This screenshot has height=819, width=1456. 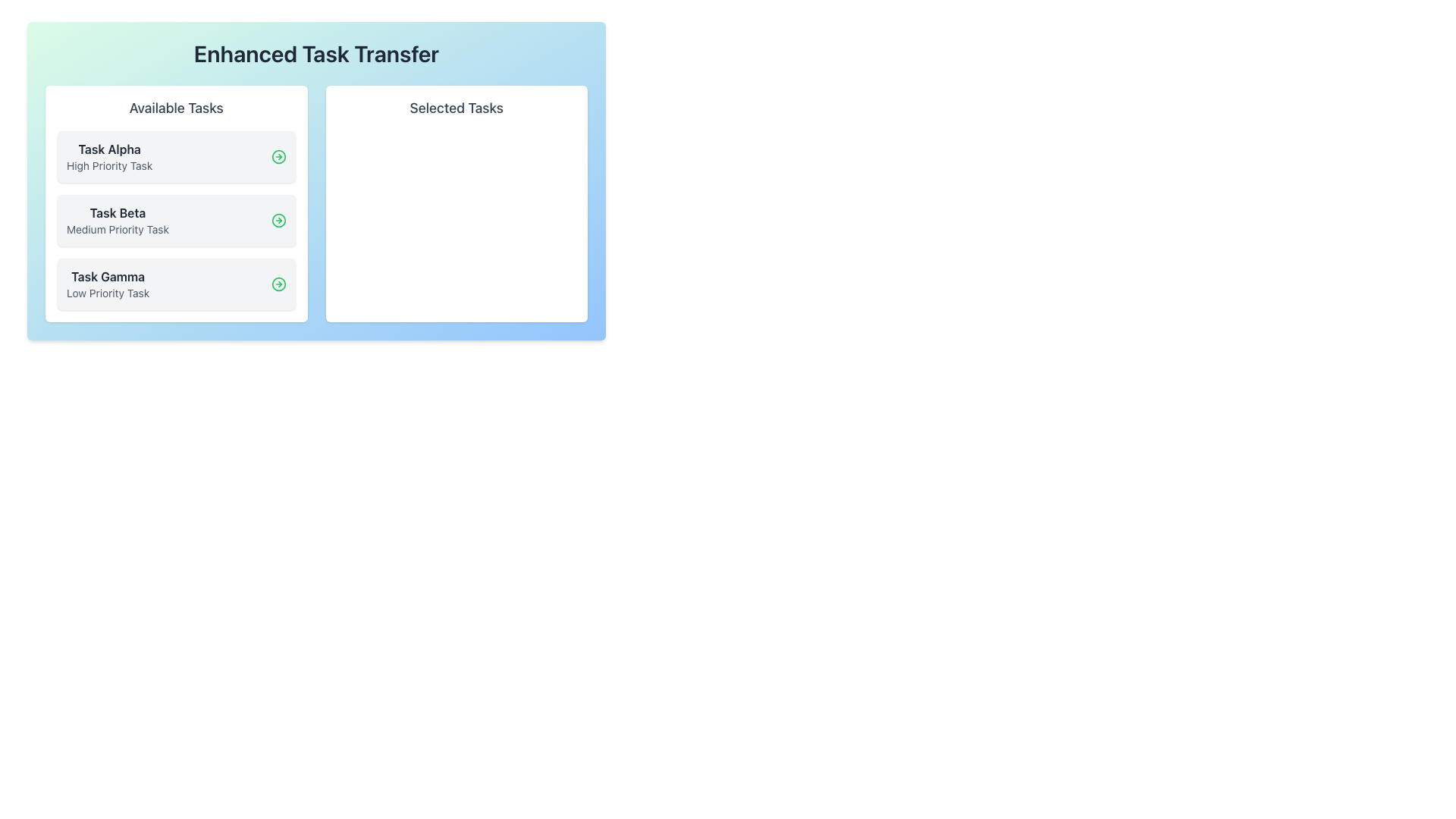 What do you see at coordinates (278, 220) in the screenshot?
I see `the circular button with a green outline and white arrow pointing right located at the rightmost side of the 'Task Beta' card` at bounding box center [278, 220].